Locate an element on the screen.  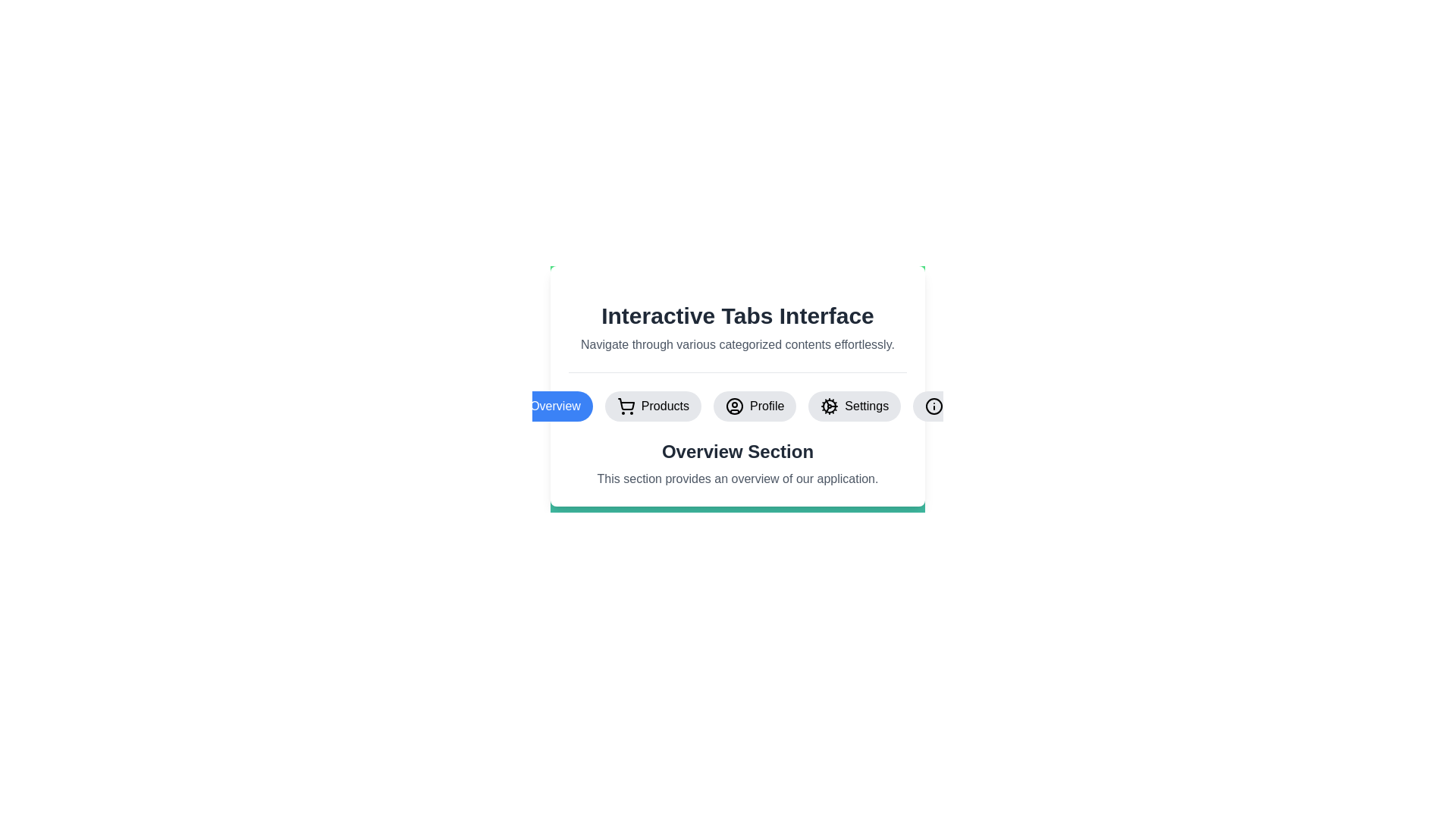
the cogwheel icon that is part of the 'Settings' button in the tab navigation bar, located fourth from the left is located at coordinates (829, 406).